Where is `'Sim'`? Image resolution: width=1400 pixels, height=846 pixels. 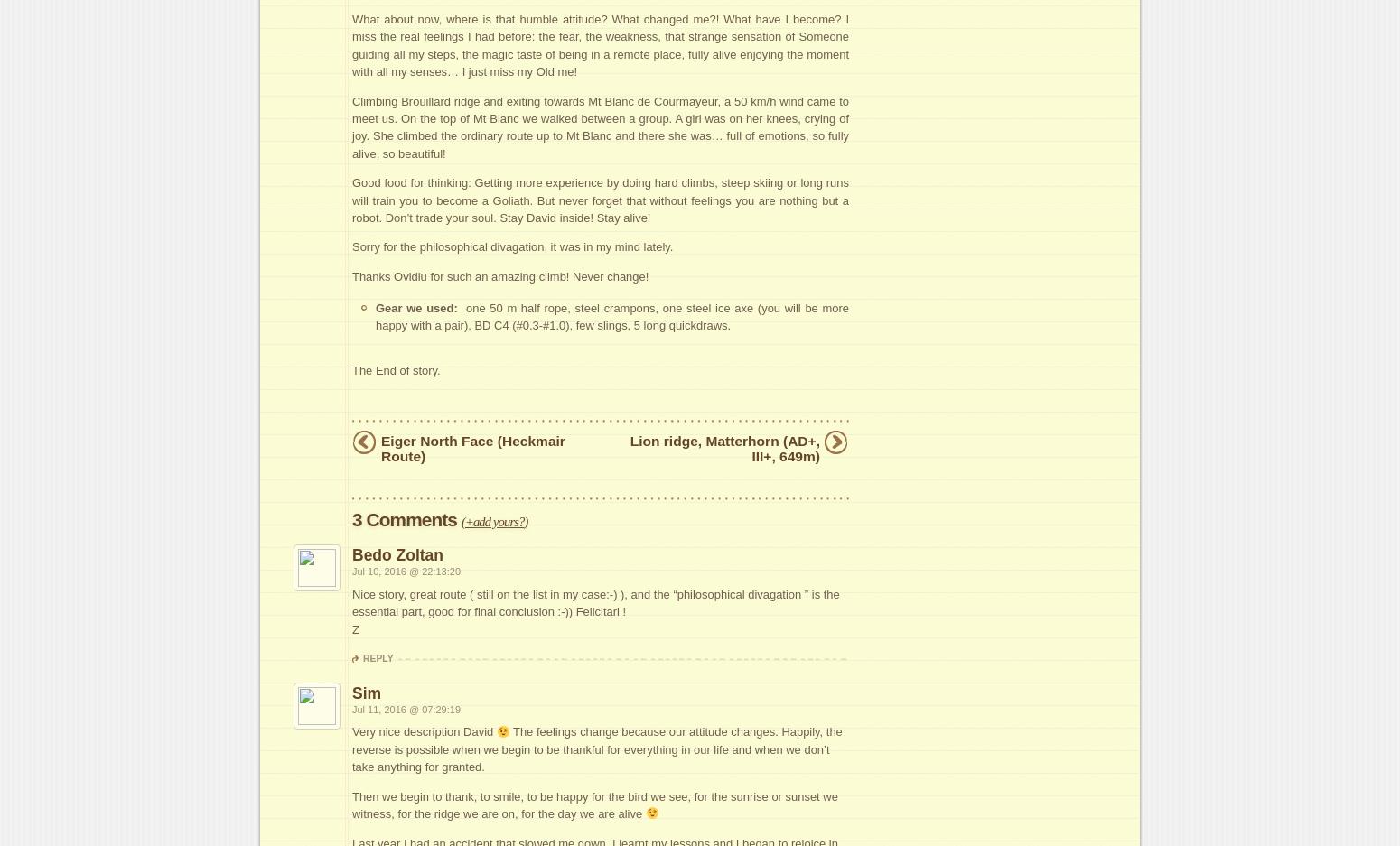 'Sim' is located at coordinates (366, 693).